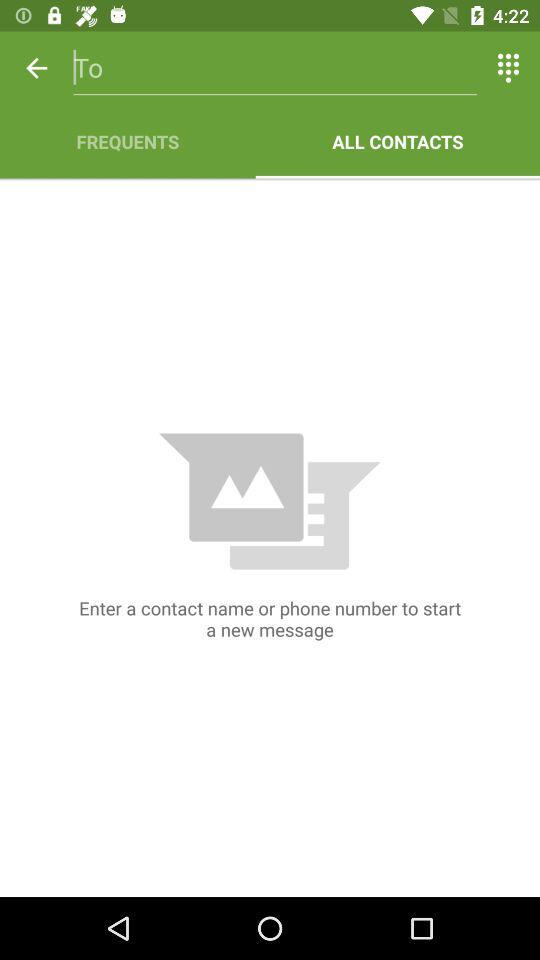 The image size is (540, 960). I want to click on the item above frequents app, so click(36, 68).